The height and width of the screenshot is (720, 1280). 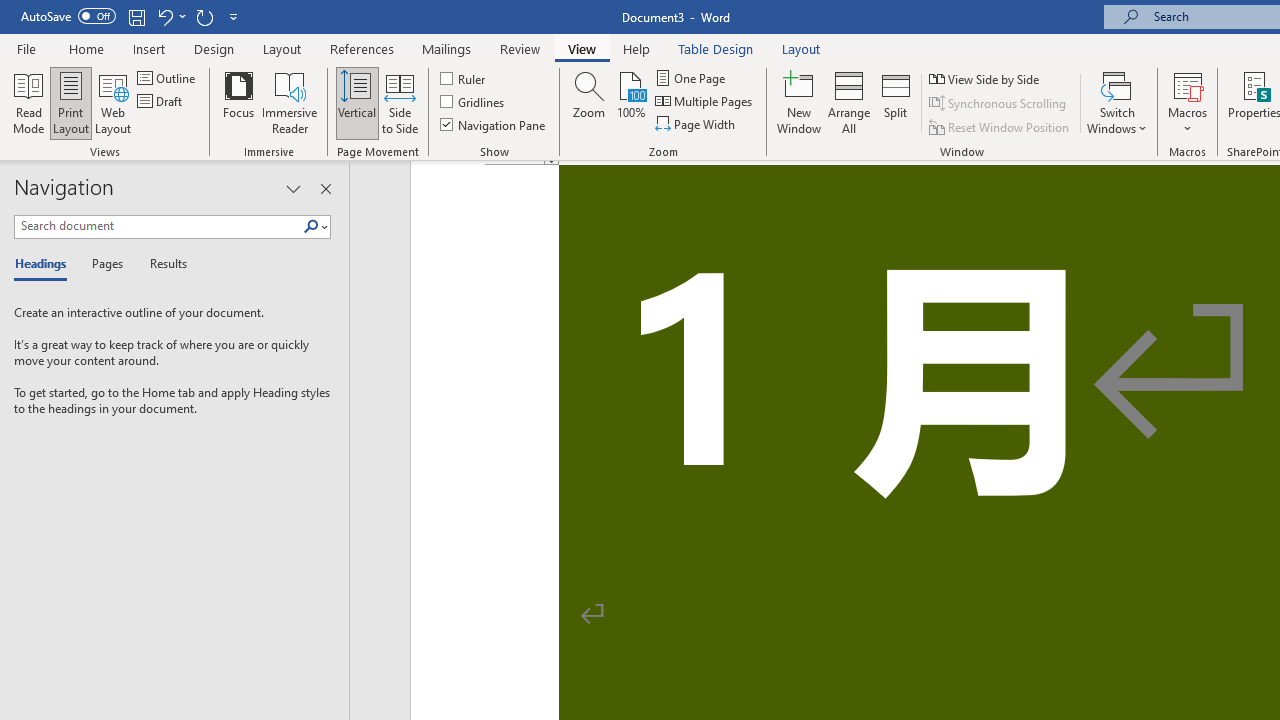 What do you see at coordinates (691, 77) in the screenshot?
I see `'One Page'` at bounding box center [691, 77].